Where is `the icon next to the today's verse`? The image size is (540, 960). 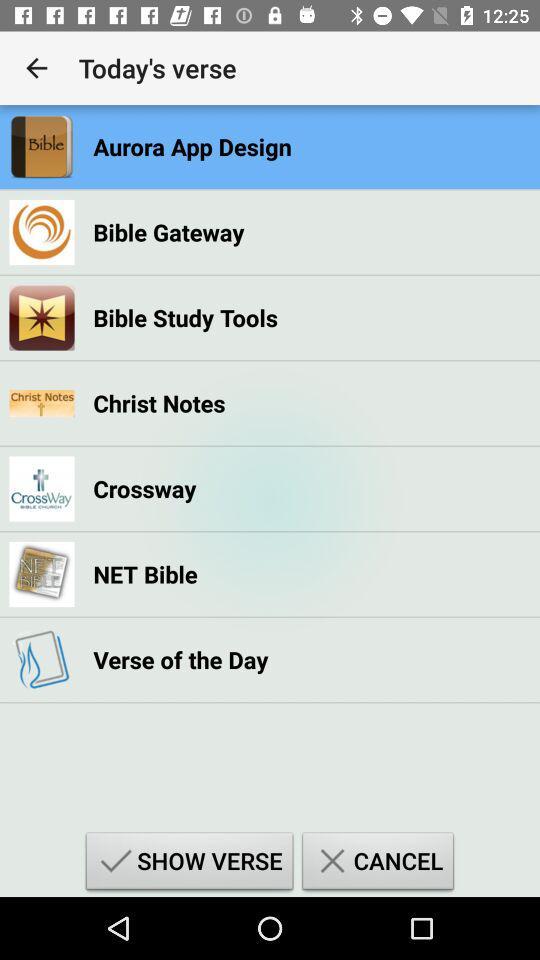
the icon next to the today's verse is located at coordinates (36, 68).